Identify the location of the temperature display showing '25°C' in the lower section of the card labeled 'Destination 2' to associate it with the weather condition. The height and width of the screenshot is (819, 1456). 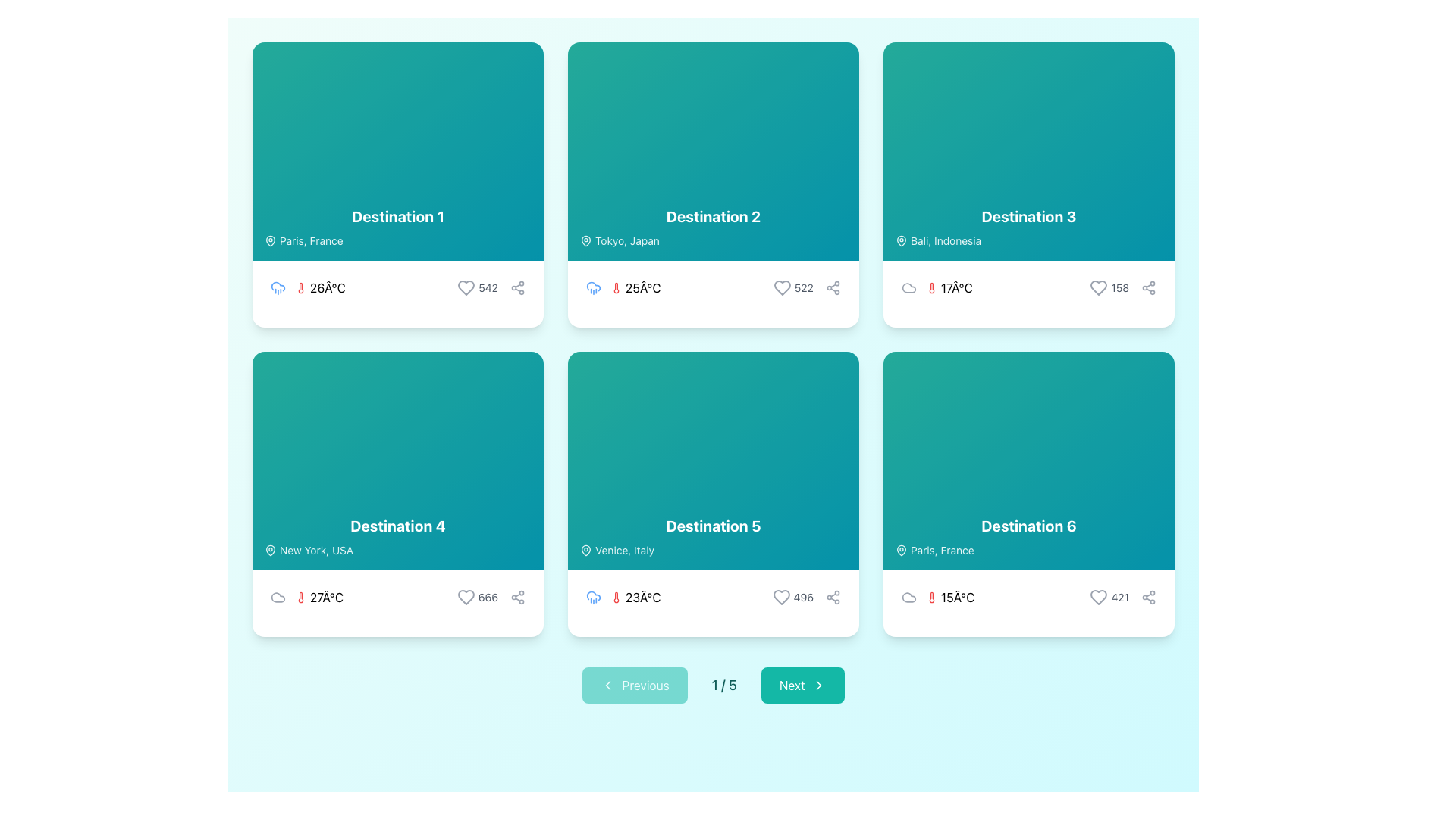
(623, 288).